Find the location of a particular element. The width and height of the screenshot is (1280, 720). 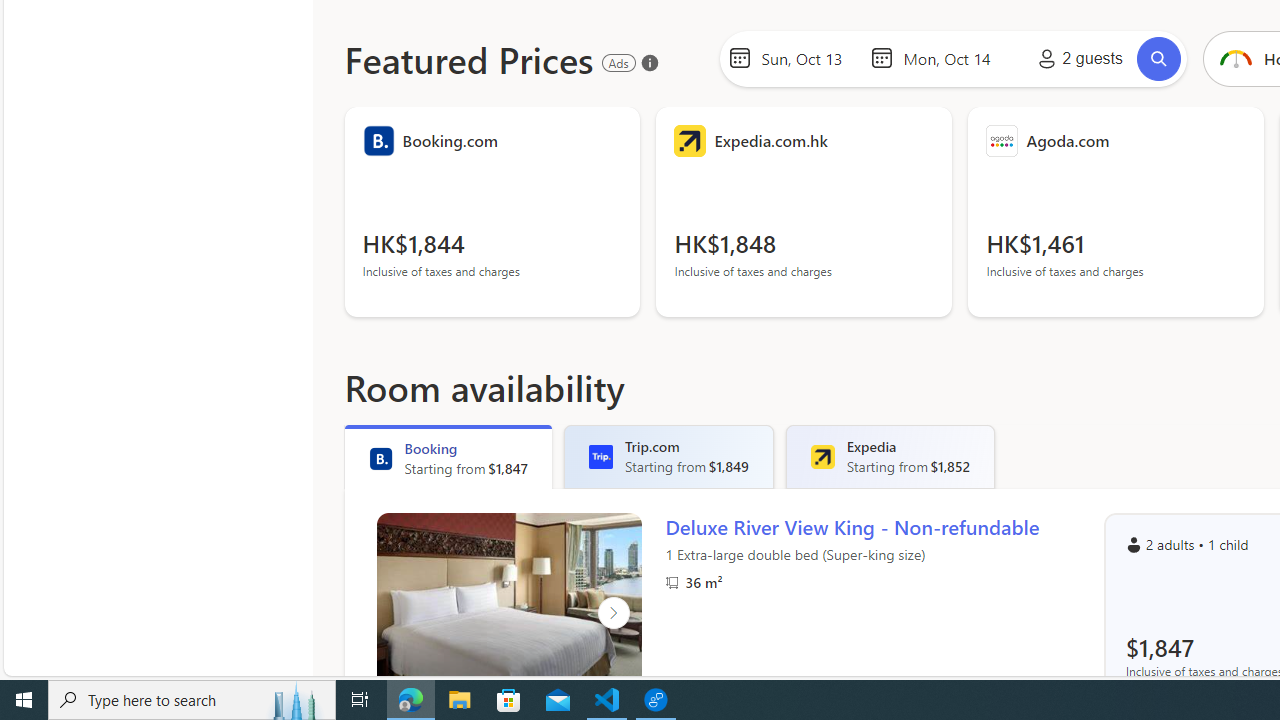

'Vendor Logo' is located at coordinates (1002, 140).